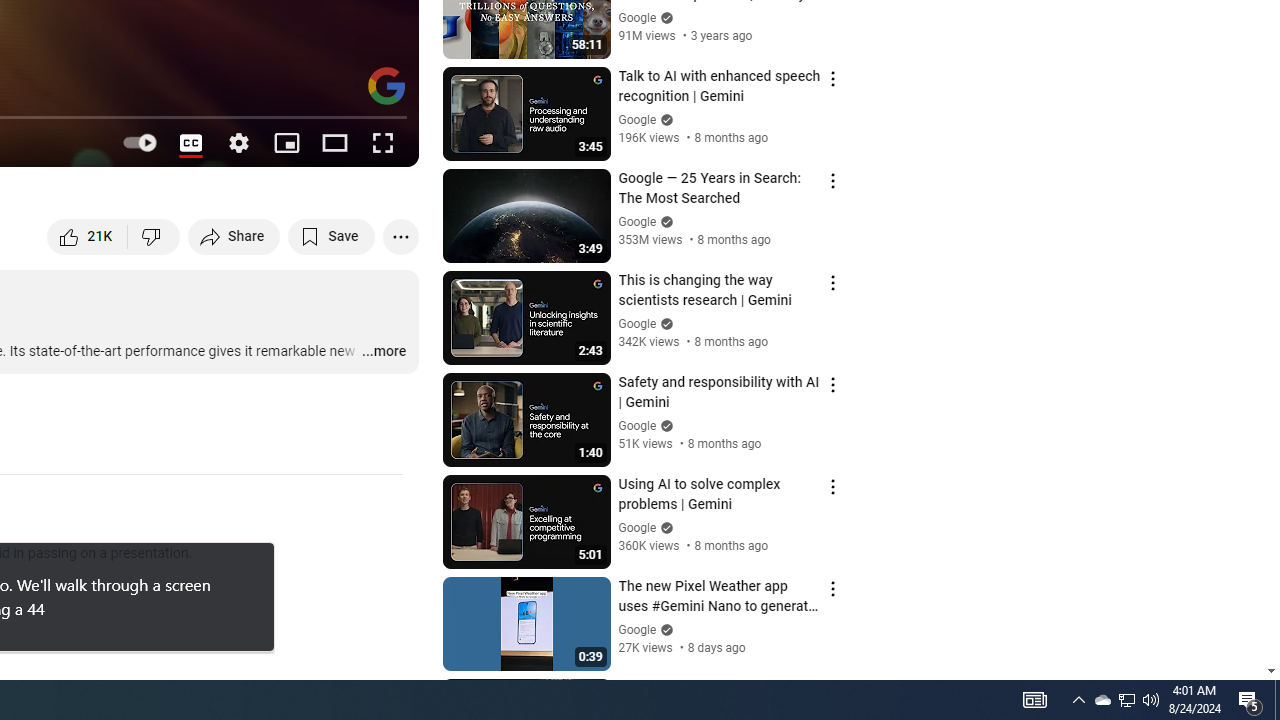 The height and width of the screenshot is (720, 1280). What do you see at coordinates (383, 351) in the screenshot?
I see `'...more'` at bounding box center [383, 351].